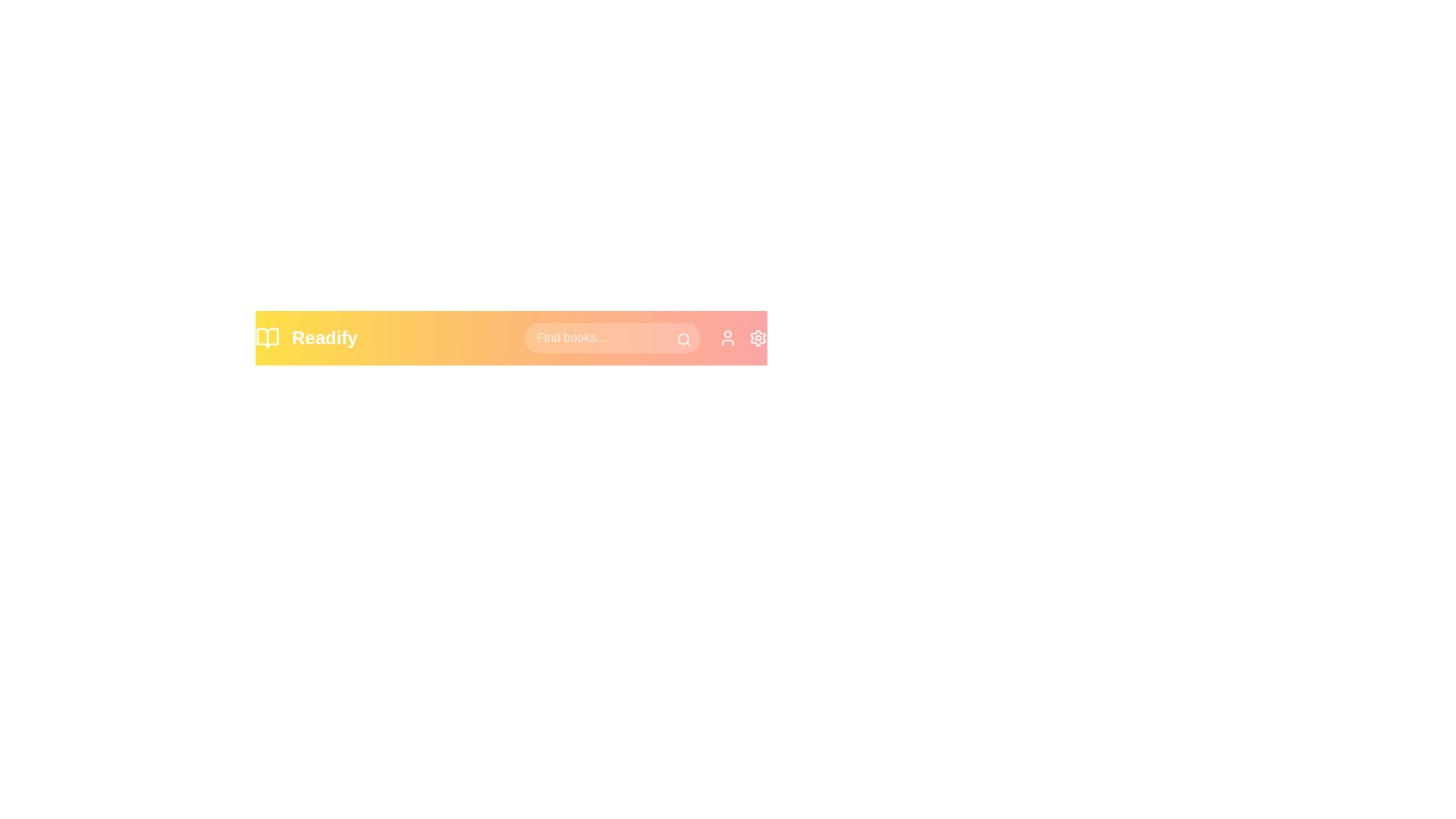  What do you see at coordinates (323, 337) in the screenshot?
I see `the 'Readify' text to explore app branding` at bounding box center [323, 337].